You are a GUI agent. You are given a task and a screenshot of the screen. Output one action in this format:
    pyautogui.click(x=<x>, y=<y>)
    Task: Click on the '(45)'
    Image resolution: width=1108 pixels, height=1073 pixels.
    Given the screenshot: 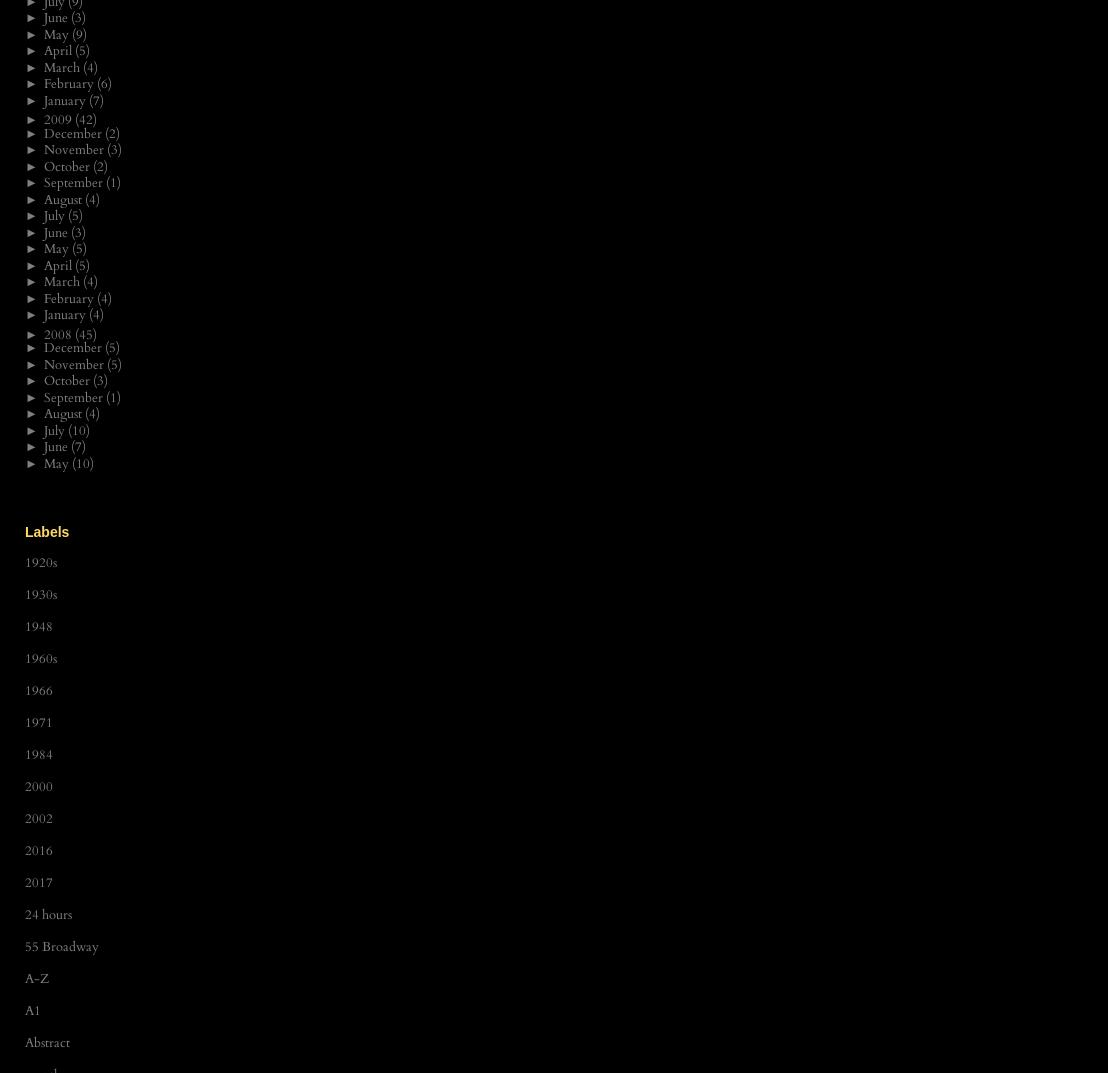 What is the action you would take?
    pyautogui.click(x=83, y=334)
    